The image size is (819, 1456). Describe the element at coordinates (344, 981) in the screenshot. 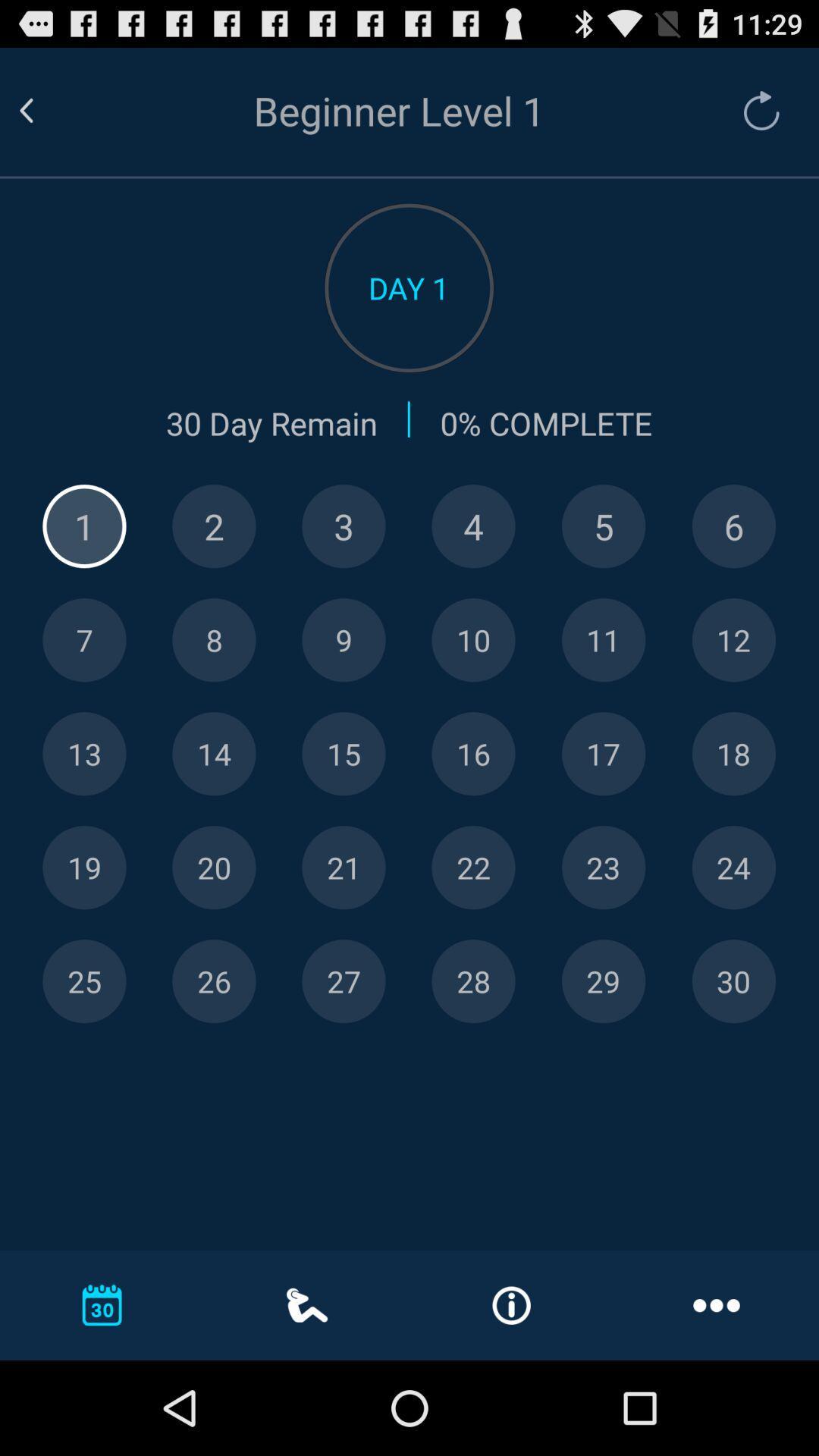

I see `level selection` at that location.